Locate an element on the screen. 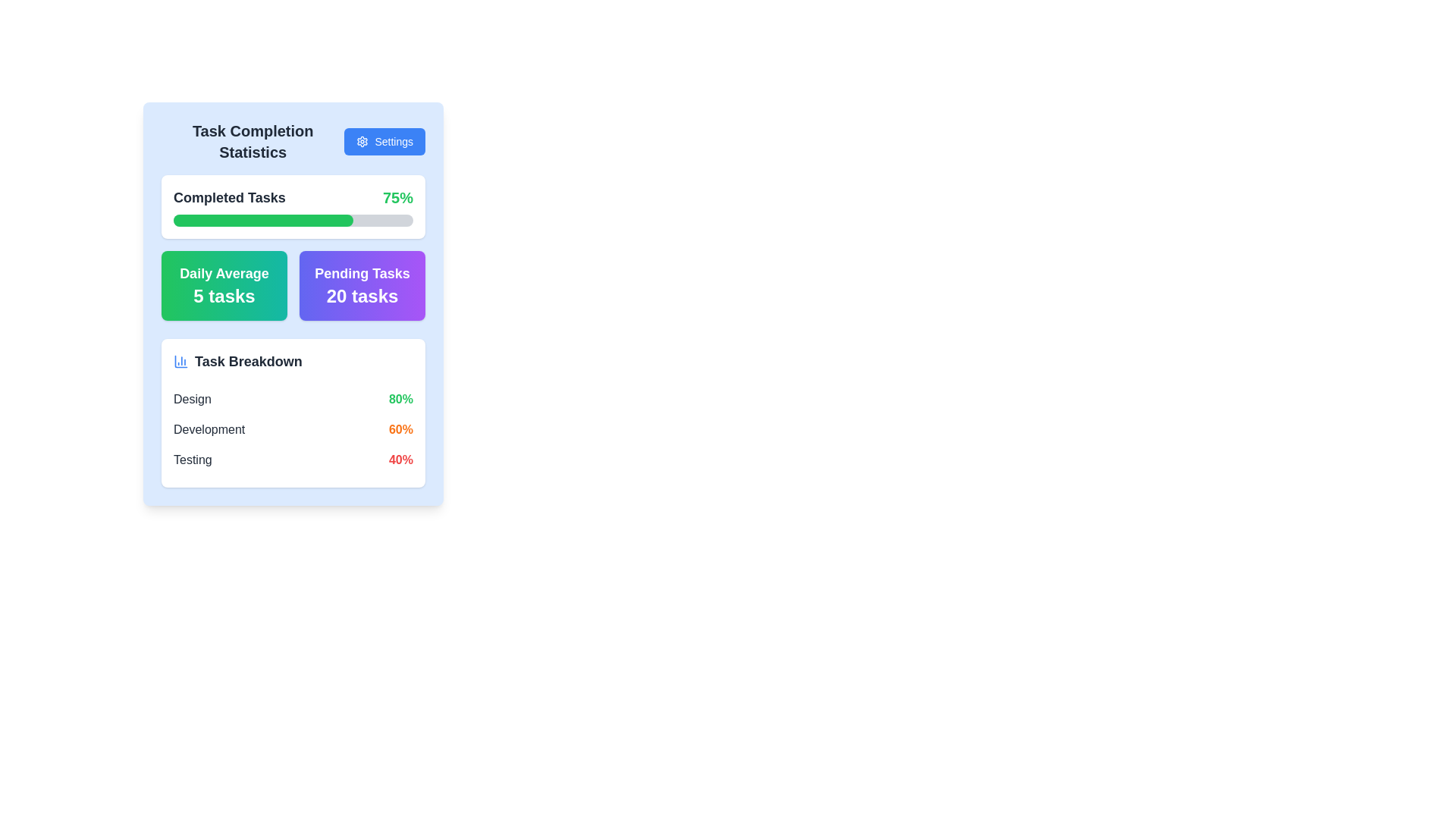  completion status of the progress bar, which is filled up to 75% and located in the middle of the 'Completed Tasks' UI component is located at coordinates (263, 220).